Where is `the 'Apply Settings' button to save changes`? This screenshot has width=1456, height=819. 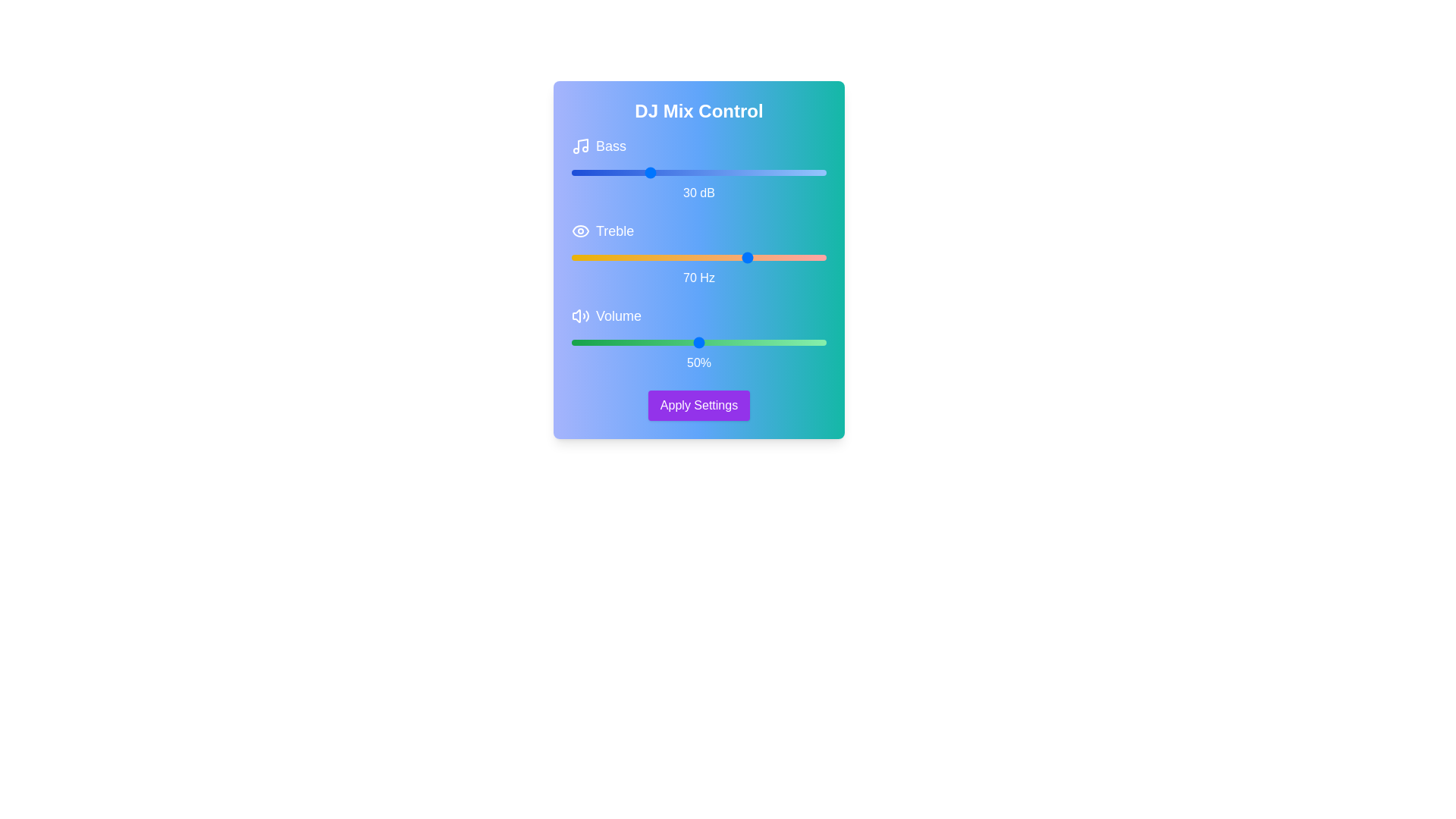 the 'Apply Settings' button to save changes is located at coordinates (698, 405).